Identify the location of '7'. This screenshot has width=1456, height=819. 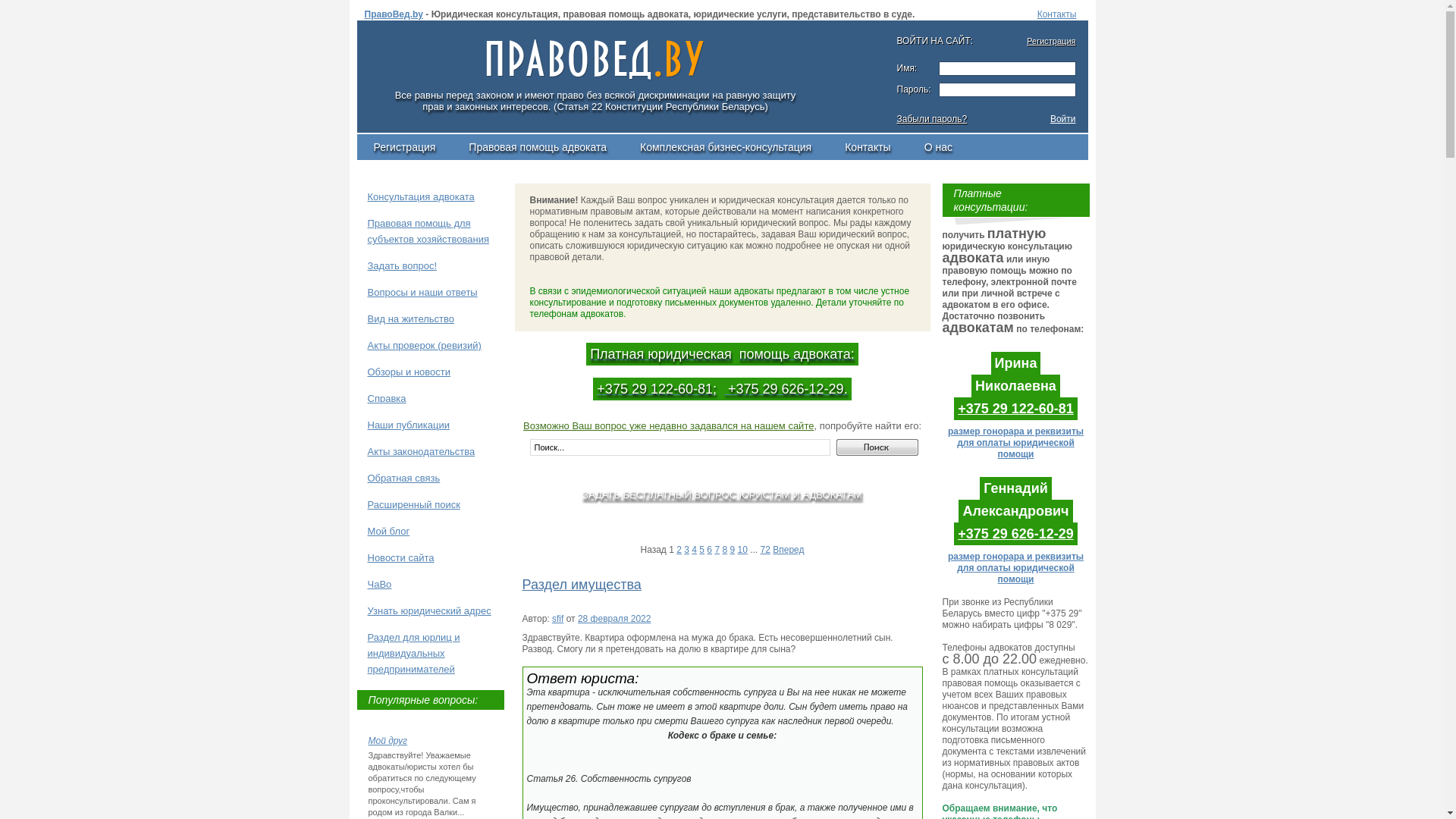
(716, 550).